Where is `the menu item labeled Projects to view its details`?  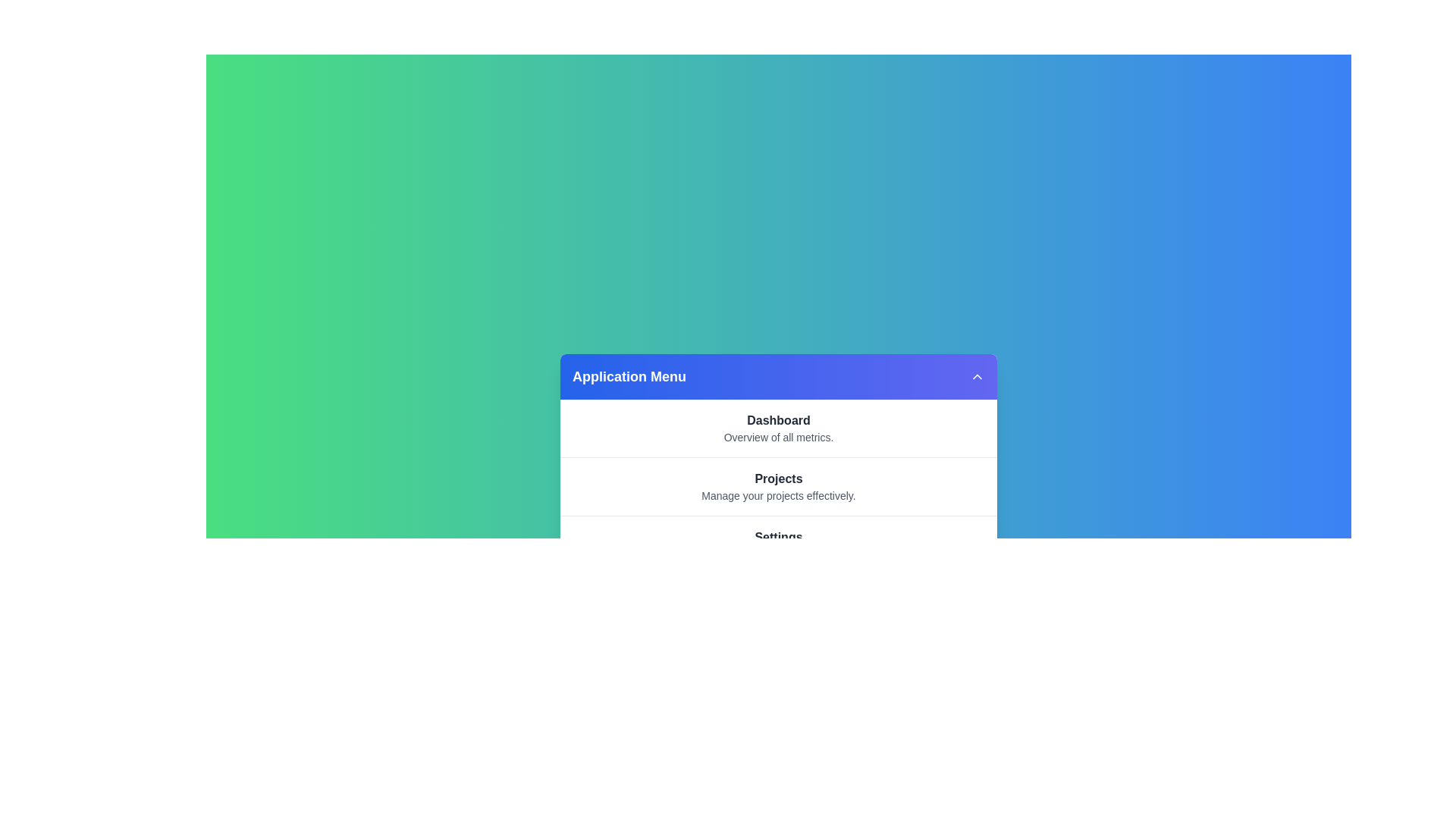 the menu item labeled Projects to view its details is located at coordinates (779, 479).